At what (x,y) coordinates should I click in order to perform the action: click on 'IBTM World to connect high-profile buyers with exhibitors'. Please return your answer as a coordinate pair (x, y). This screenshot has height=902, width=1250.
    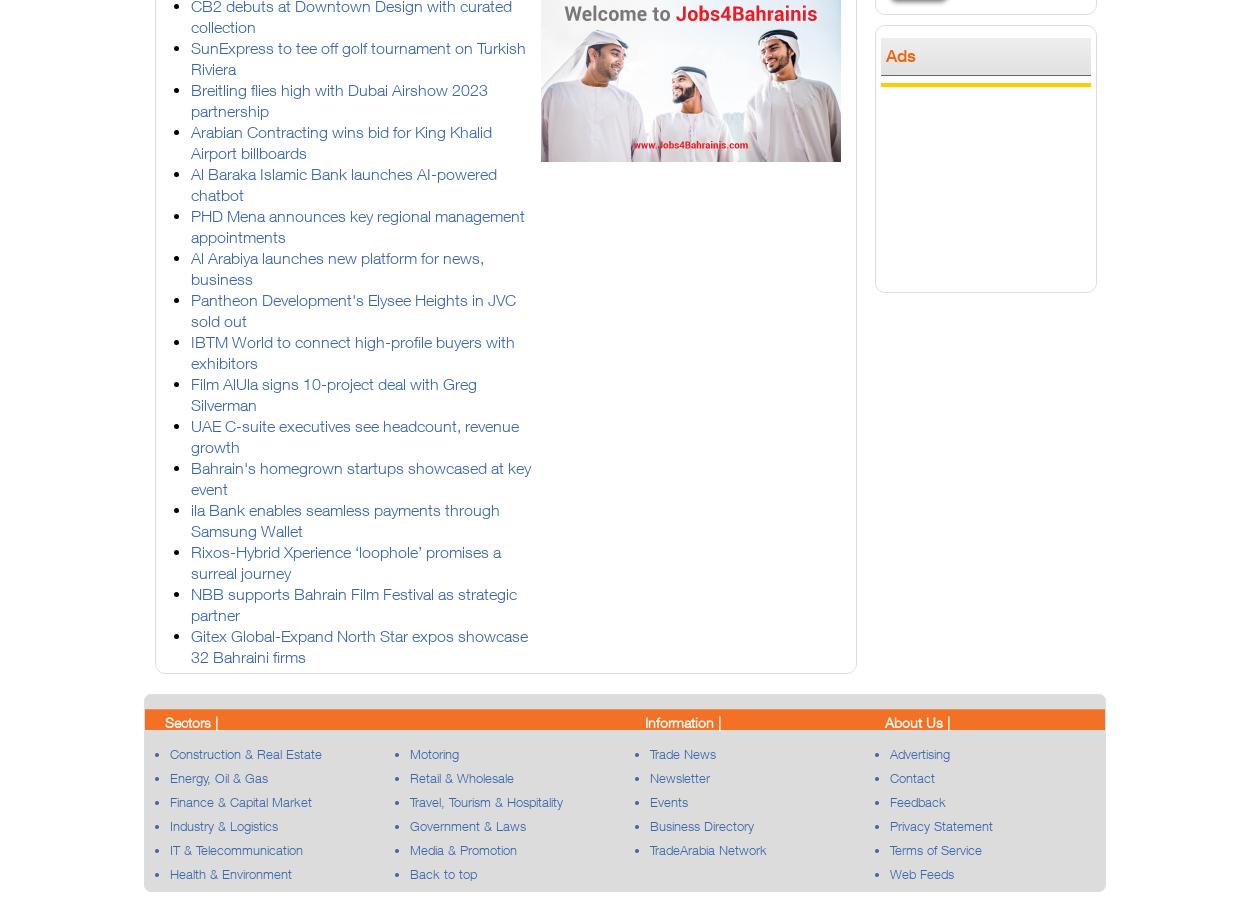
    Looking at the image, I should click on (190, 351).